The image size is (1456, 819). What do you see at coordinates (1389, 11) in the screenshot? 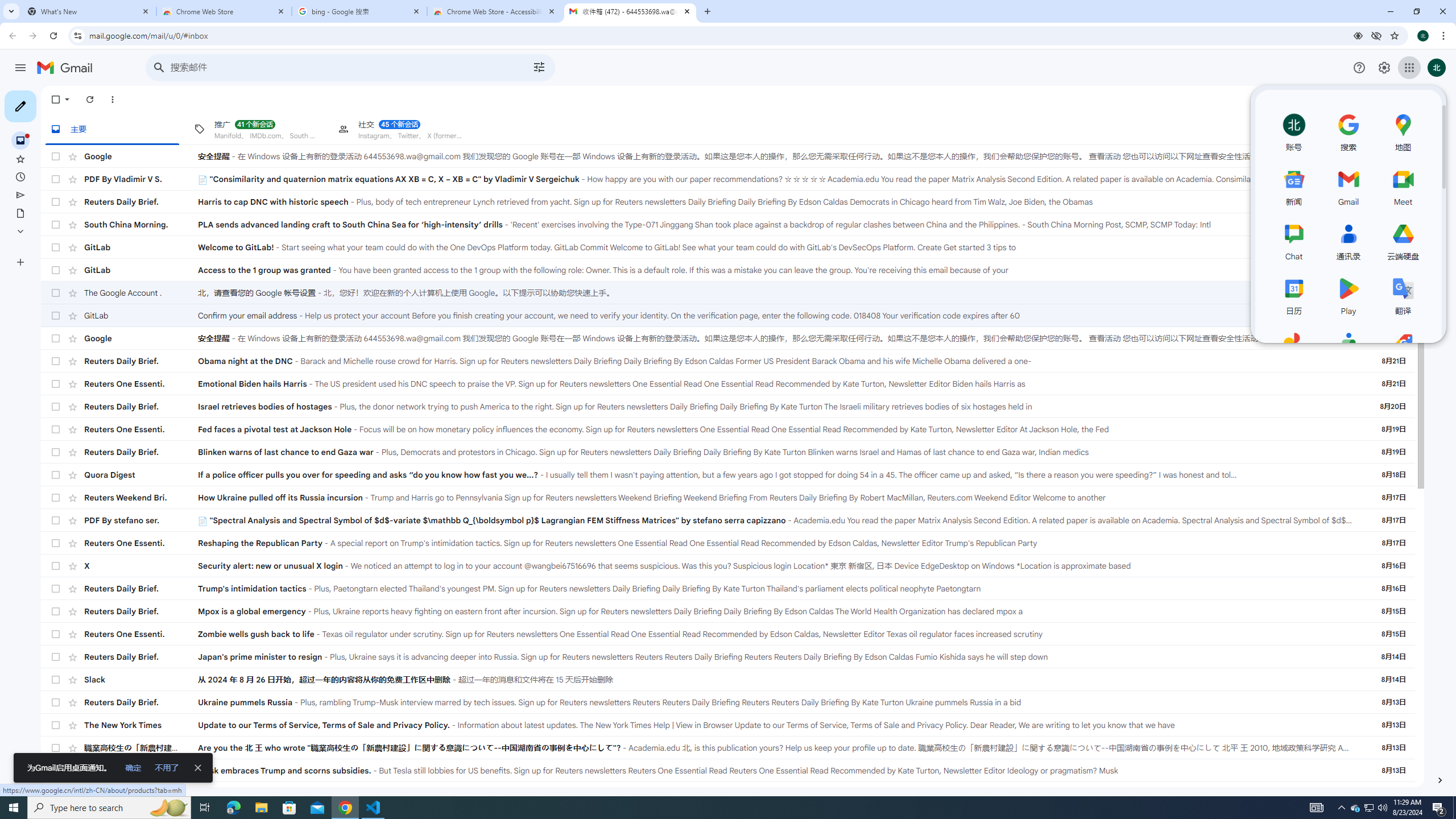
I see `'Minimize'` at bounding box center [1389, 11].